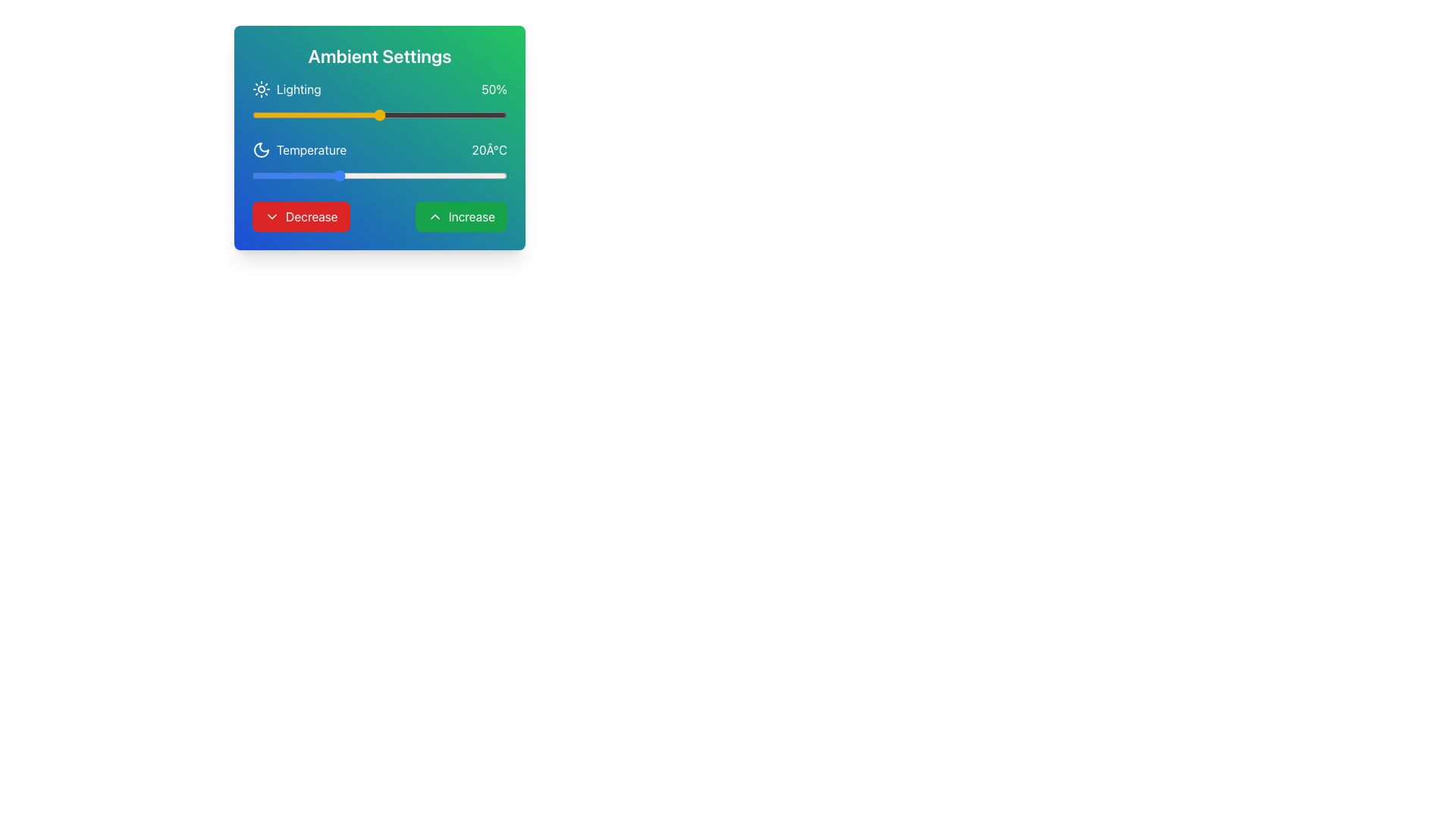 The height and width of the screenshot is (819, 1456). I want to click on the static text label displaying '20Â°C', which indicates the current temperature value associated with the 'Temperature' slider, located to the right of the 'Temperature' label, so click(489, 149).